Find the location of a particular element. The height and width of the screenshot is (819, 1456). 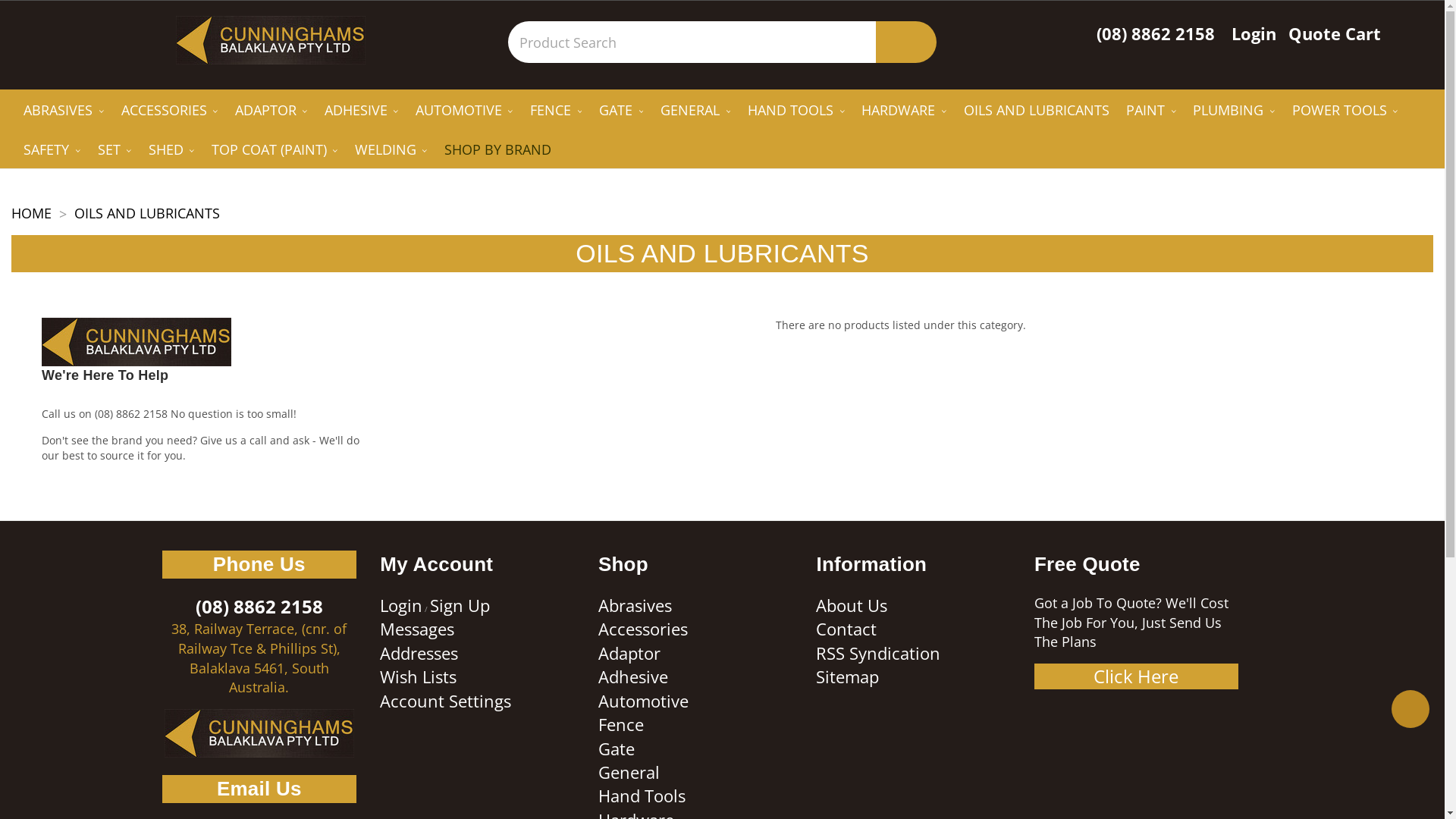

'RSS Syndication' is located at coordinates (877, 651).